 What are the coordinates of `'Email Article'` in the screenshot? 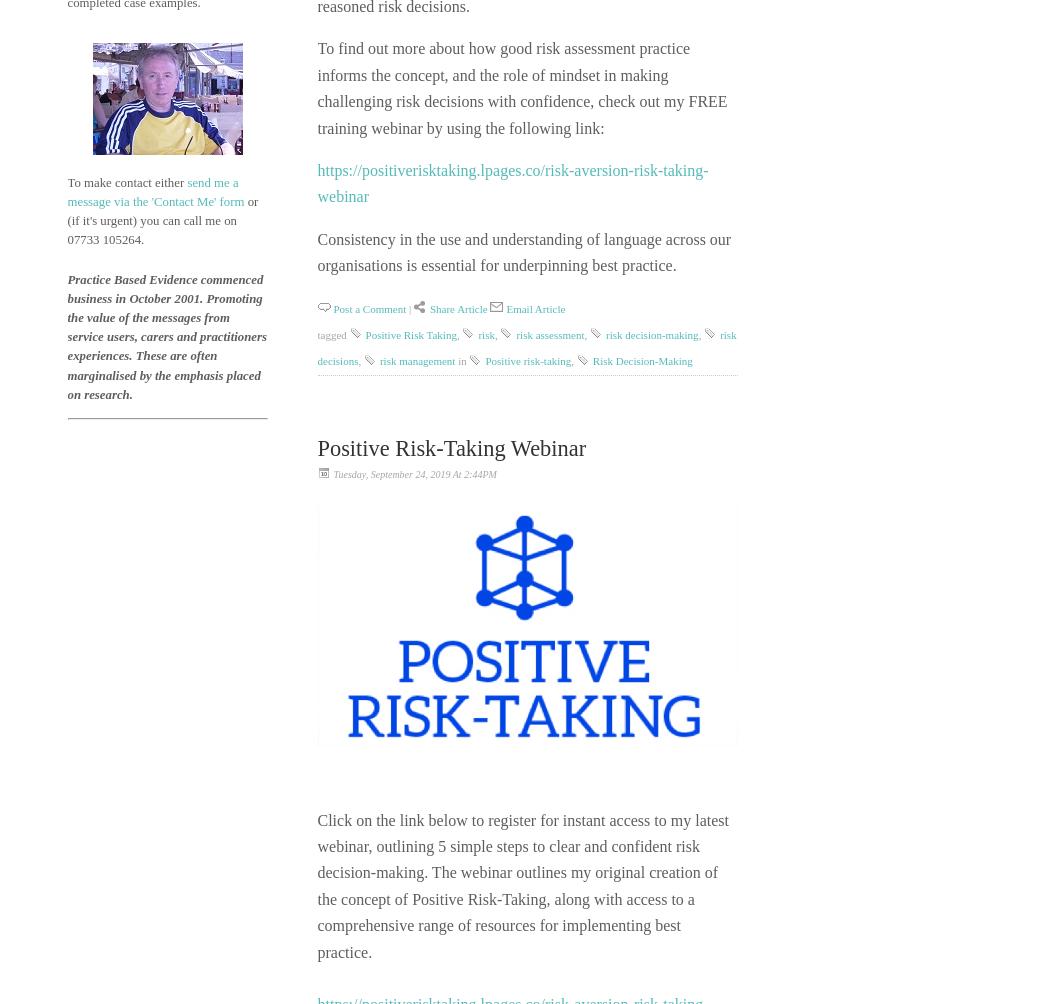 It's located at (534, 308).